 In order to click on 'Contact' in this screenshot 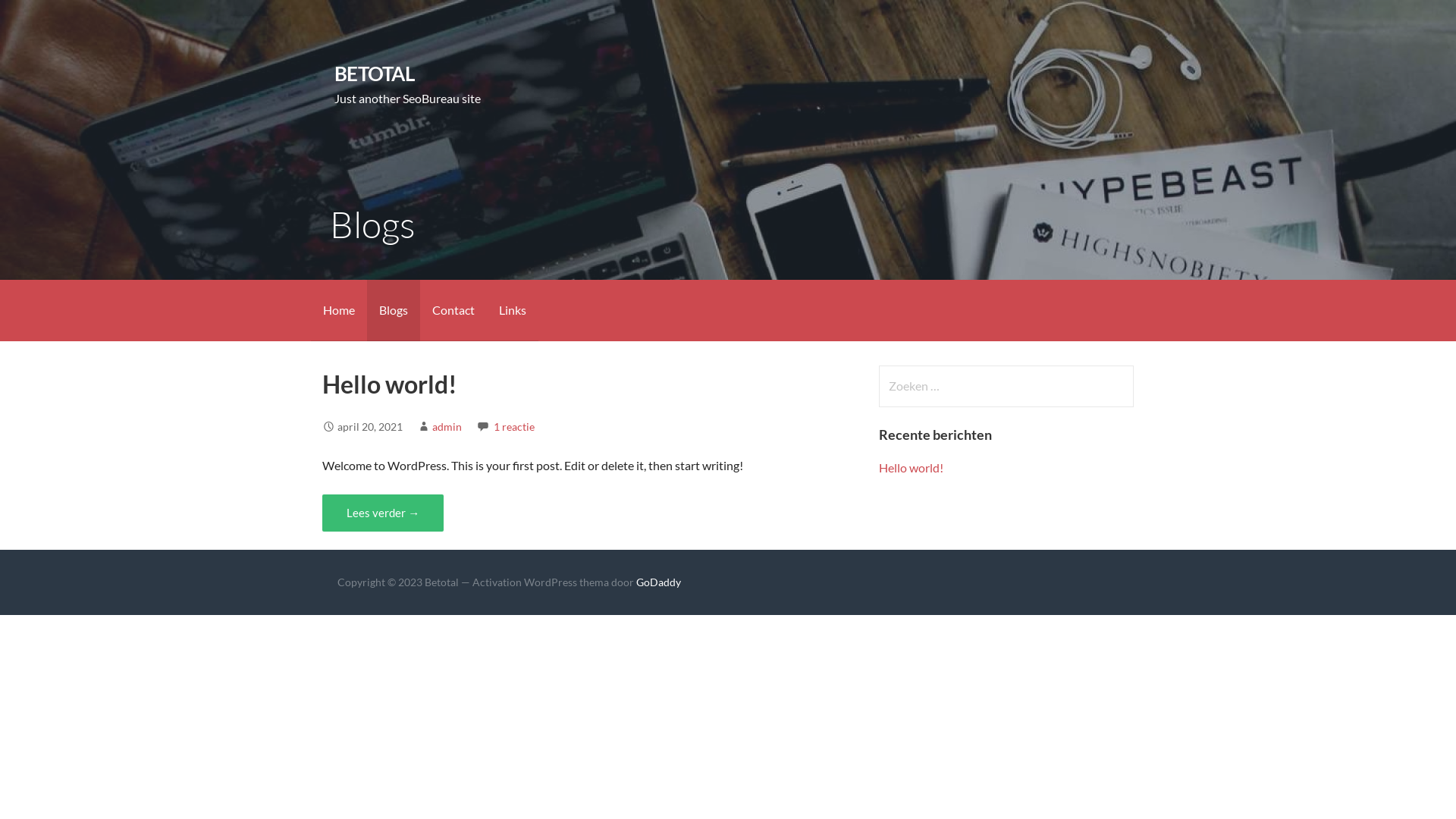, I will do `click(453, 309)`.